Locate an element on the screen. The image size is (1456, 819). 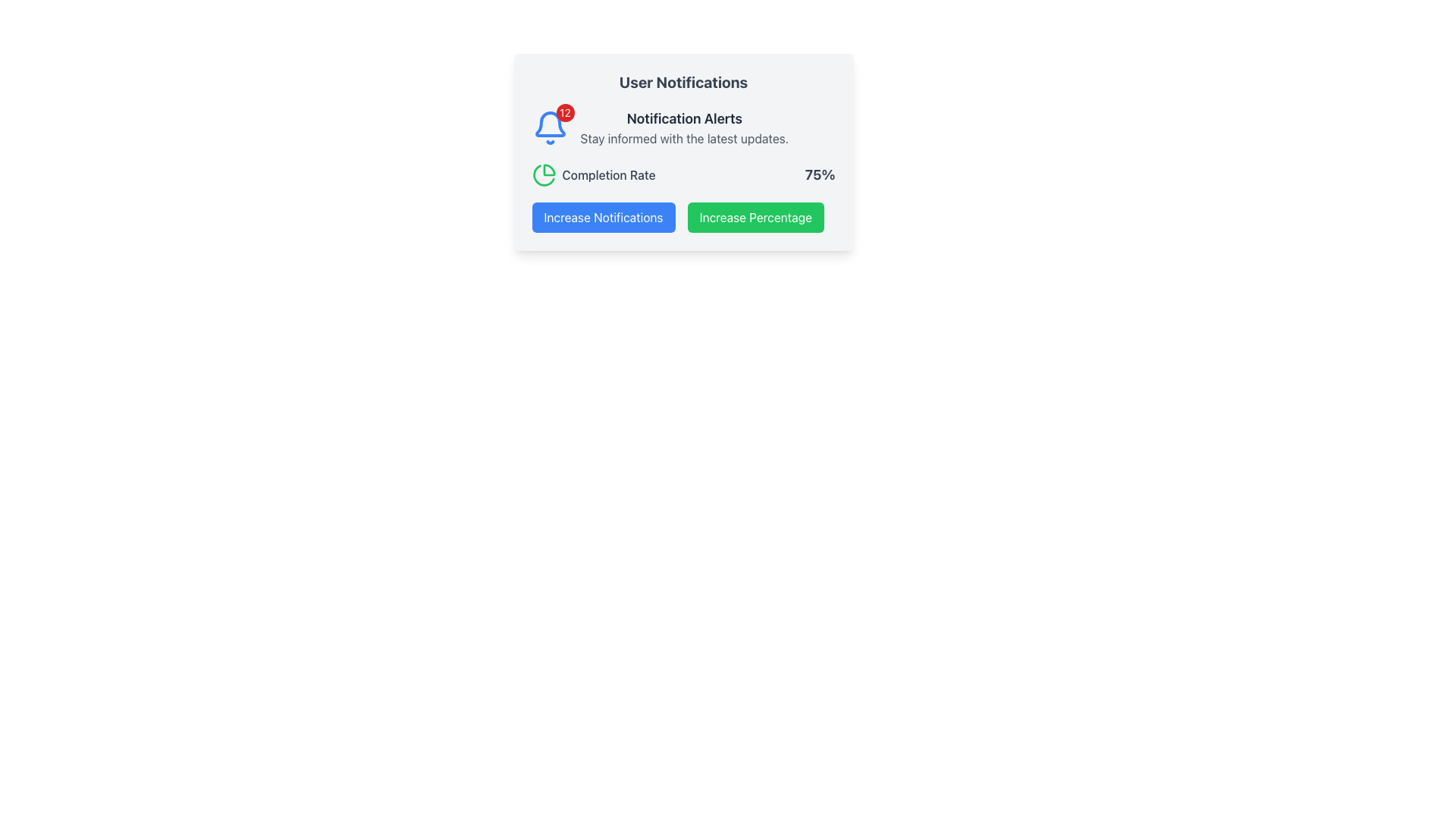
the Notification Icon with Badge is located at coordinates (549, 127).